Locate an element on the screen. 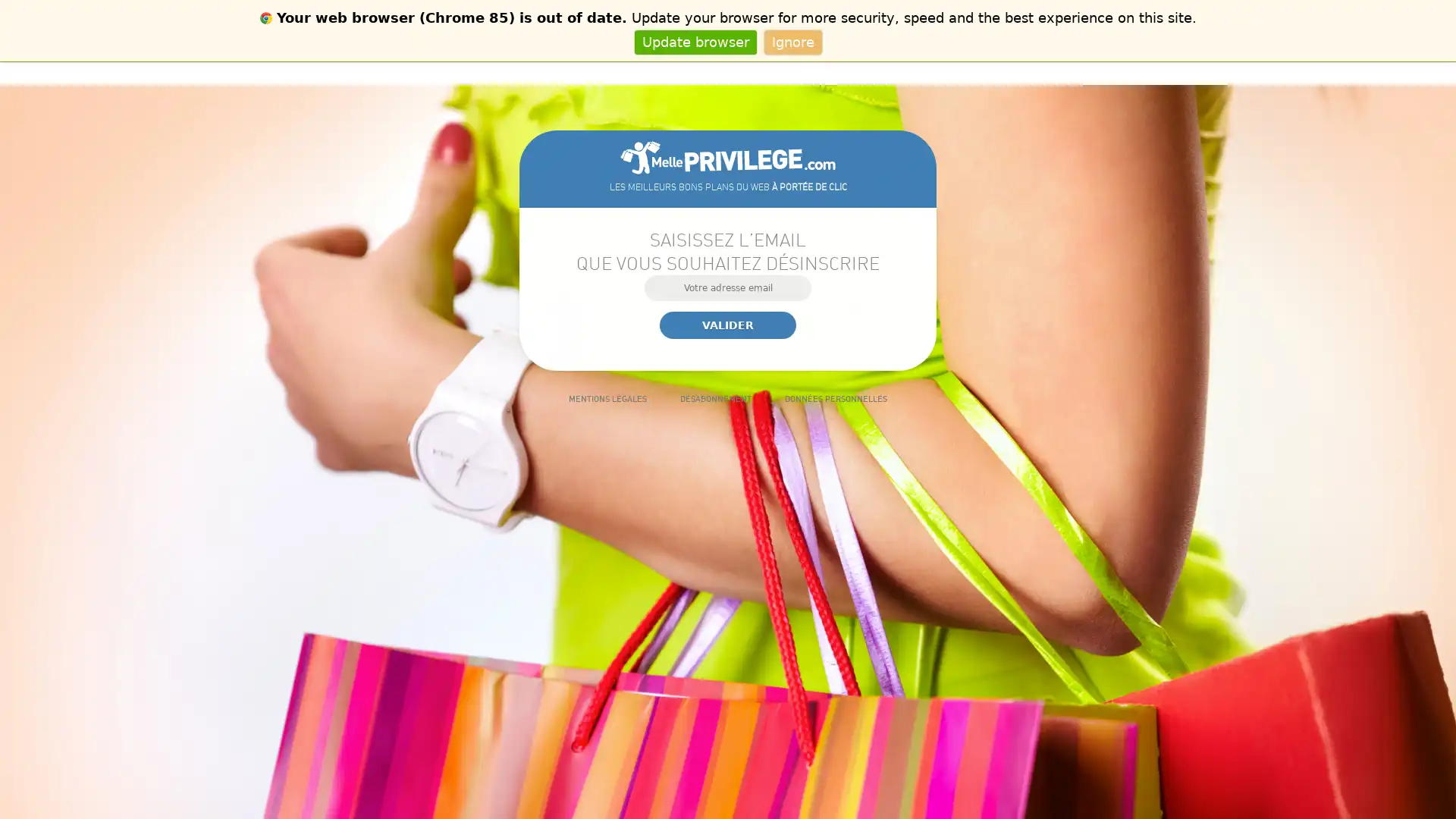  Valider is located at coordinates (728, 324).